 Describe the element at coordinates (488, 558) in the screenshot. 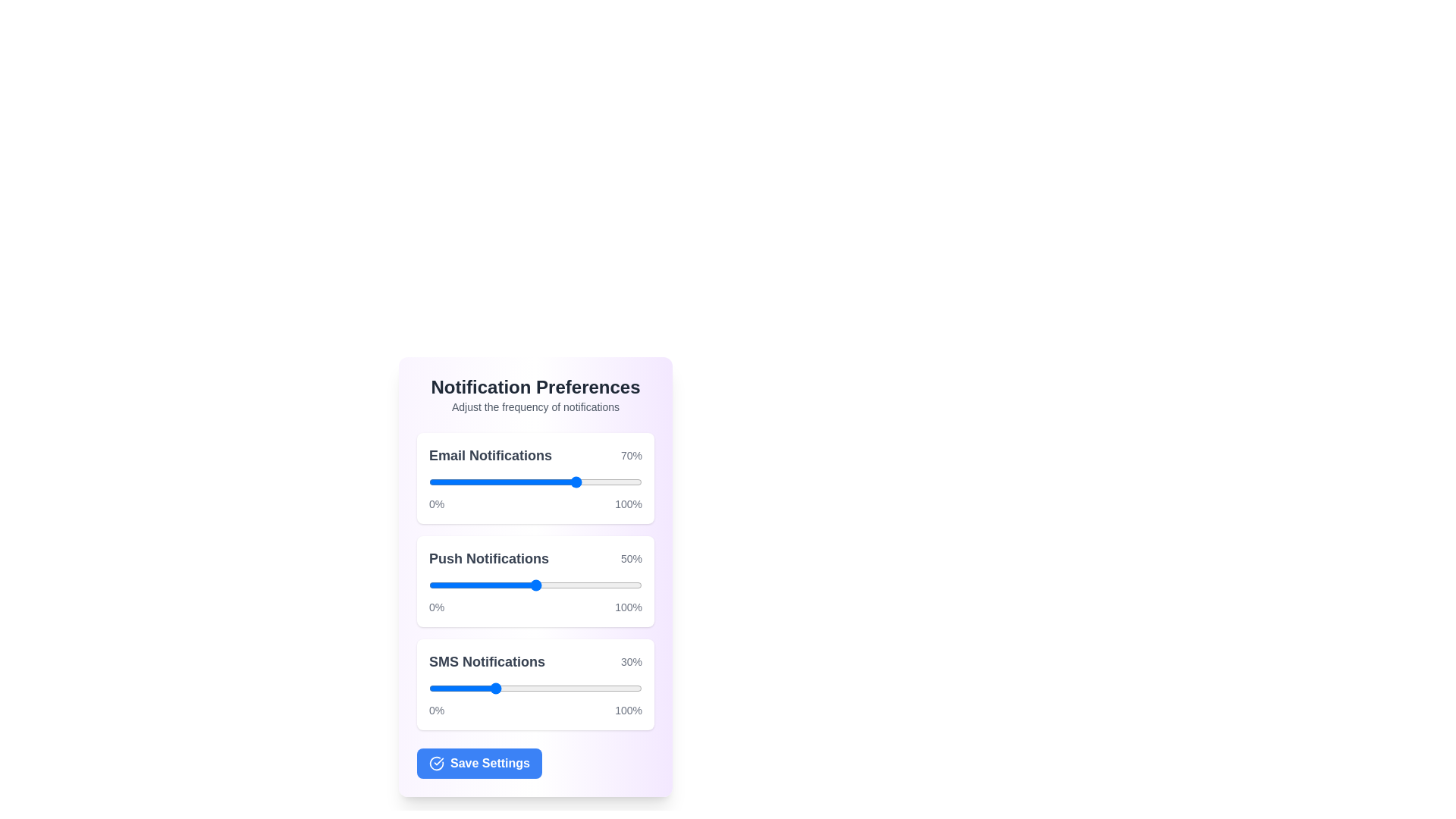

I see `the text label in the 'Push Notifications' section of the 'Notification Preferences' card to read it` at that location.